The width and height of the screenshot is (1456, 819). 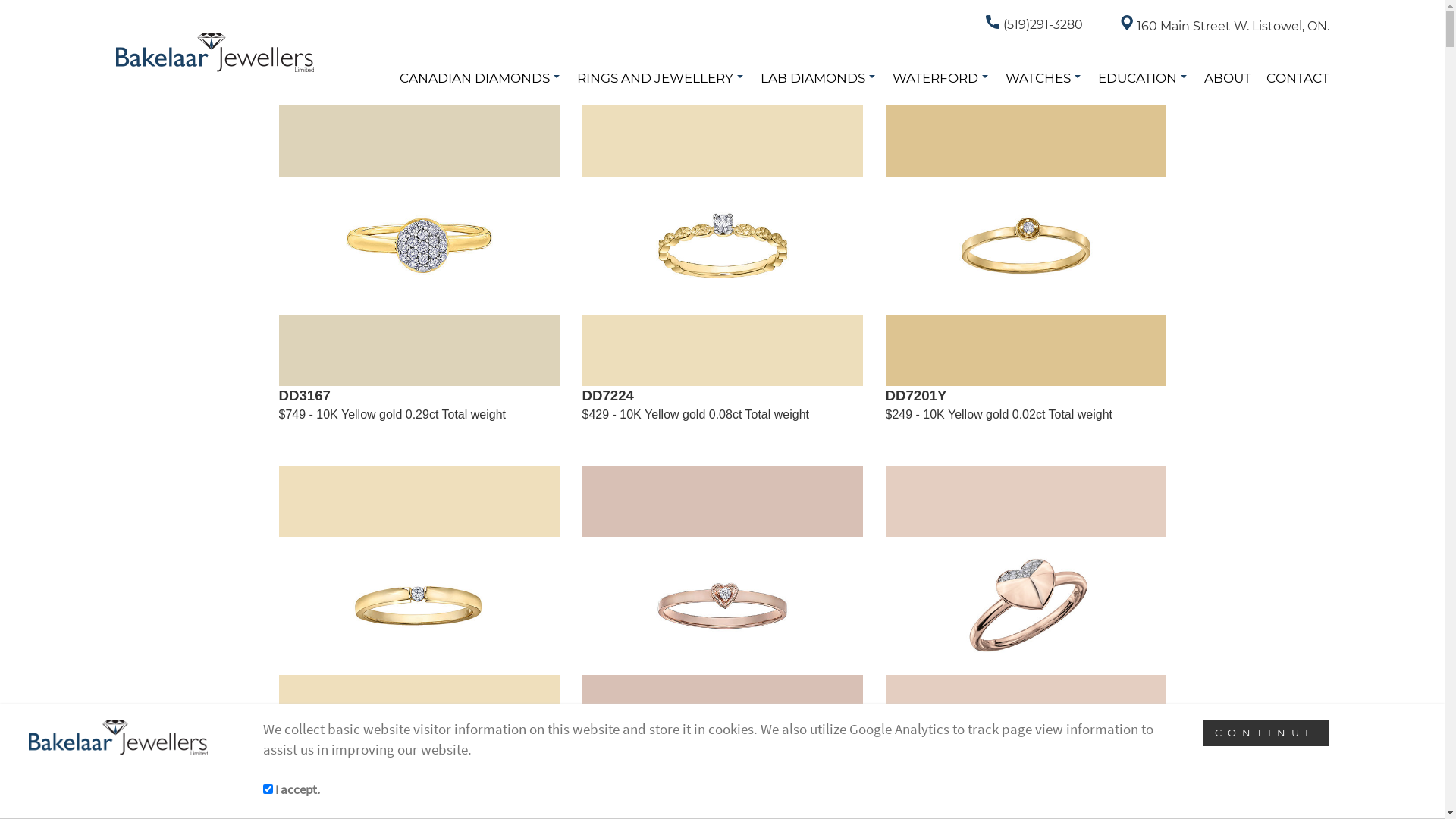 I want to click on 'CONTACT', so click(x=1297, y=78).